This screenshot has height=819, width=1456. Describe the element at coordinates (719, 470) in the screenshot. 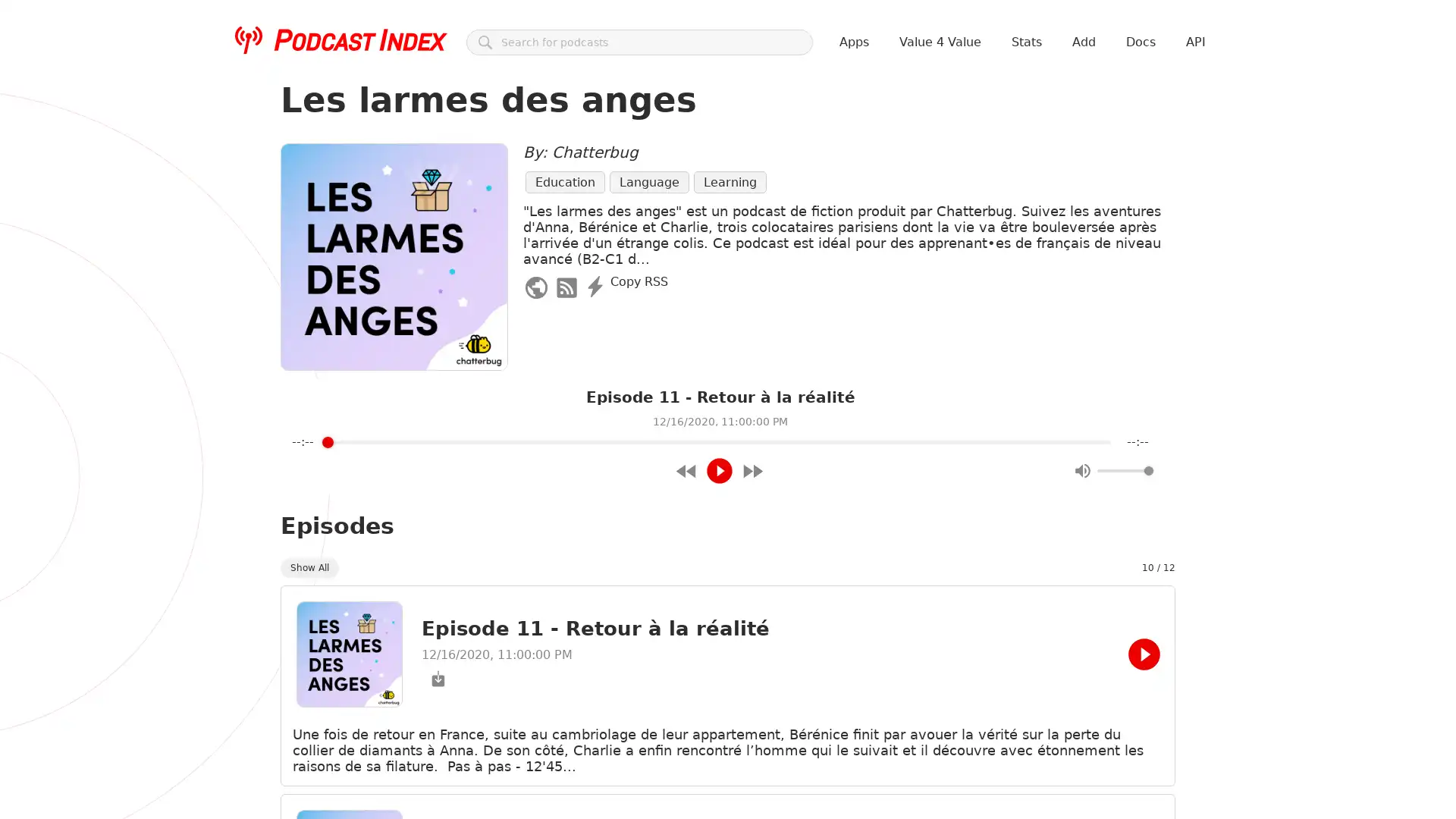

I see `Play` at that location.